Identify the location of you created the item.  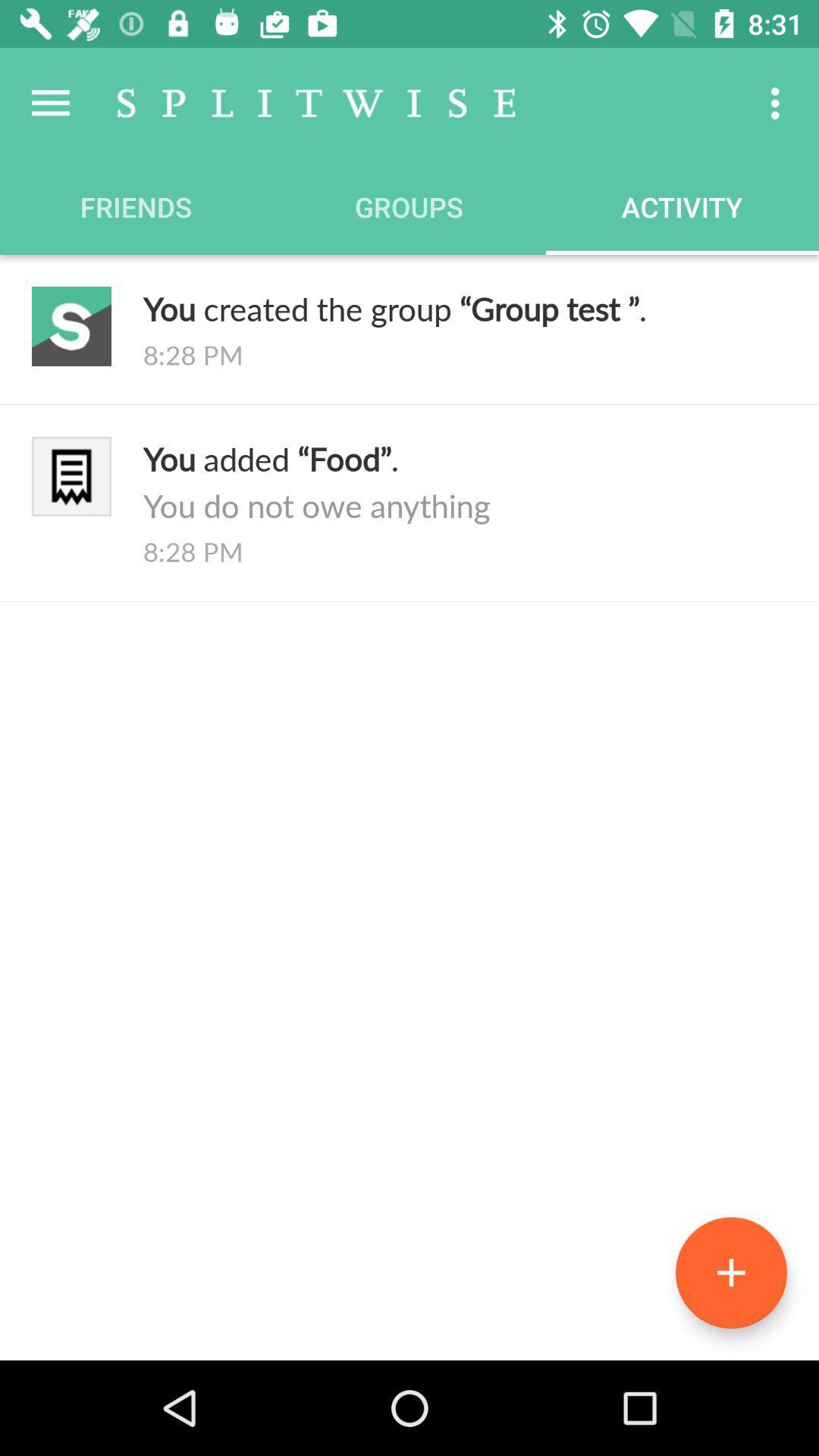
(464, 307).